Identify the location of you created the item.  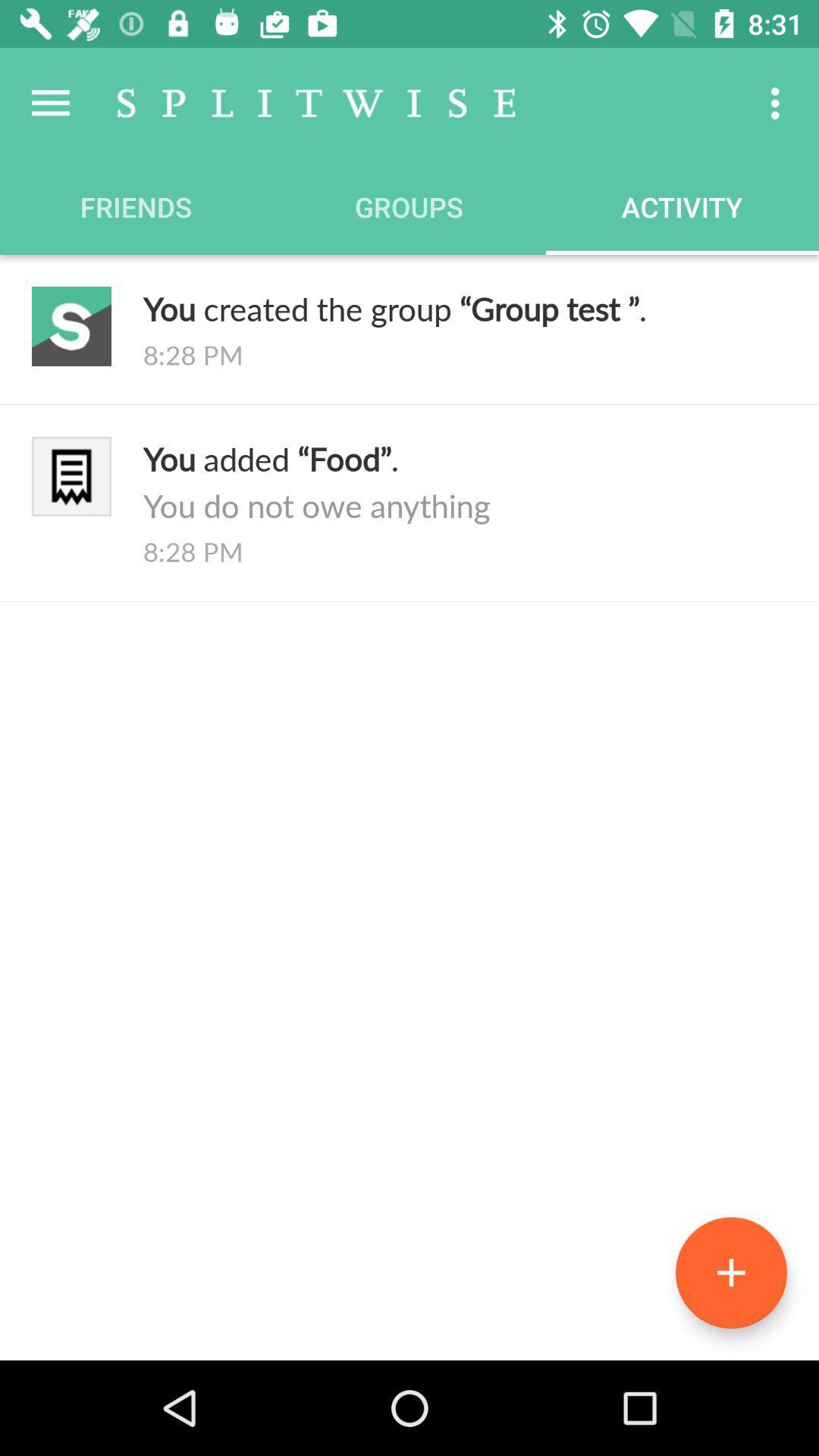
(464, 307).